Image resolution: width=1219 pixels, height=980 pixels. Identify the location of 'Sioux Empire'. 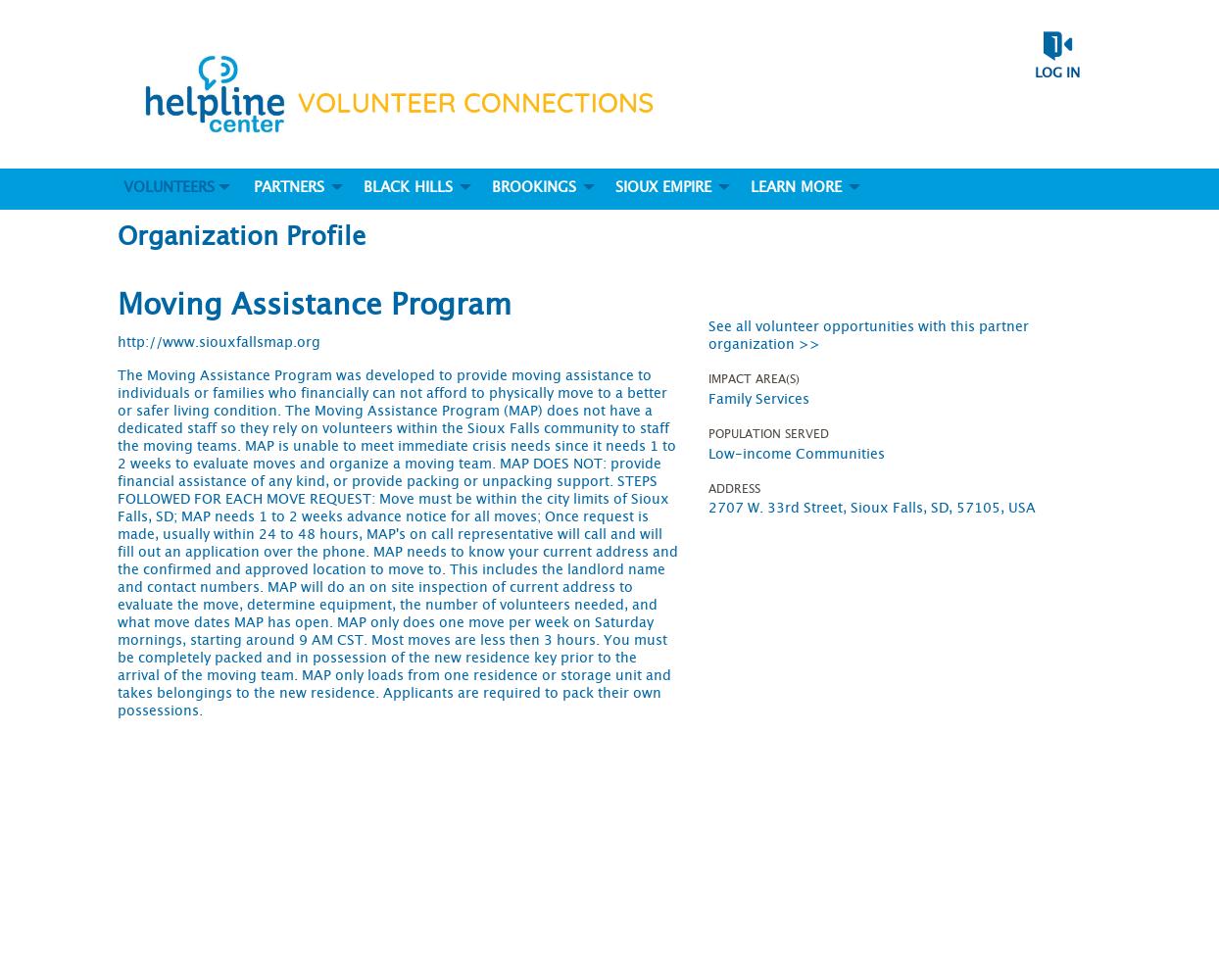
(662, 185).